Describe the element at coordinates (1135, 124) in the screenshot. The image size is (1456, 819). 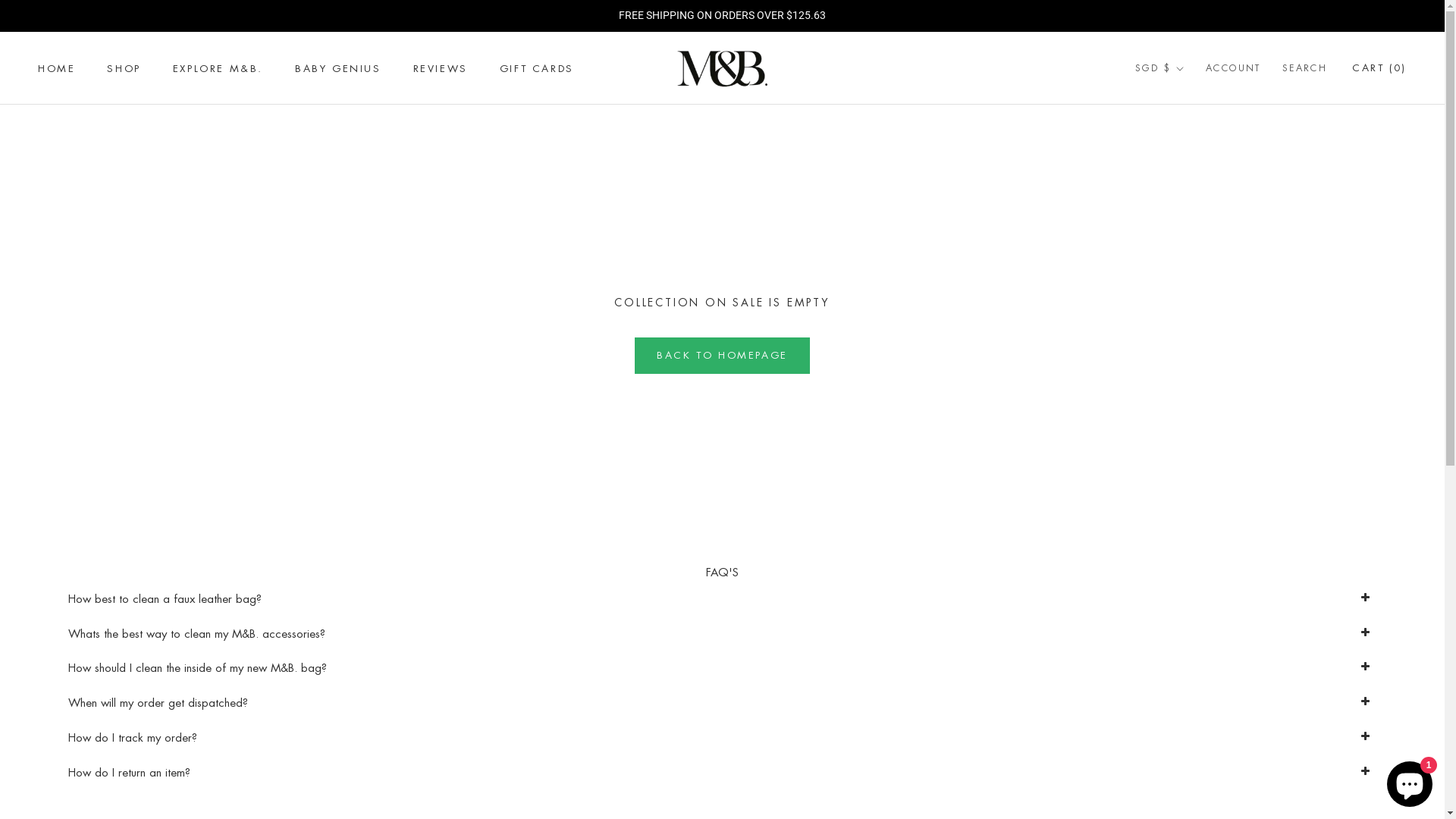
I see `'CAD'` at that location.